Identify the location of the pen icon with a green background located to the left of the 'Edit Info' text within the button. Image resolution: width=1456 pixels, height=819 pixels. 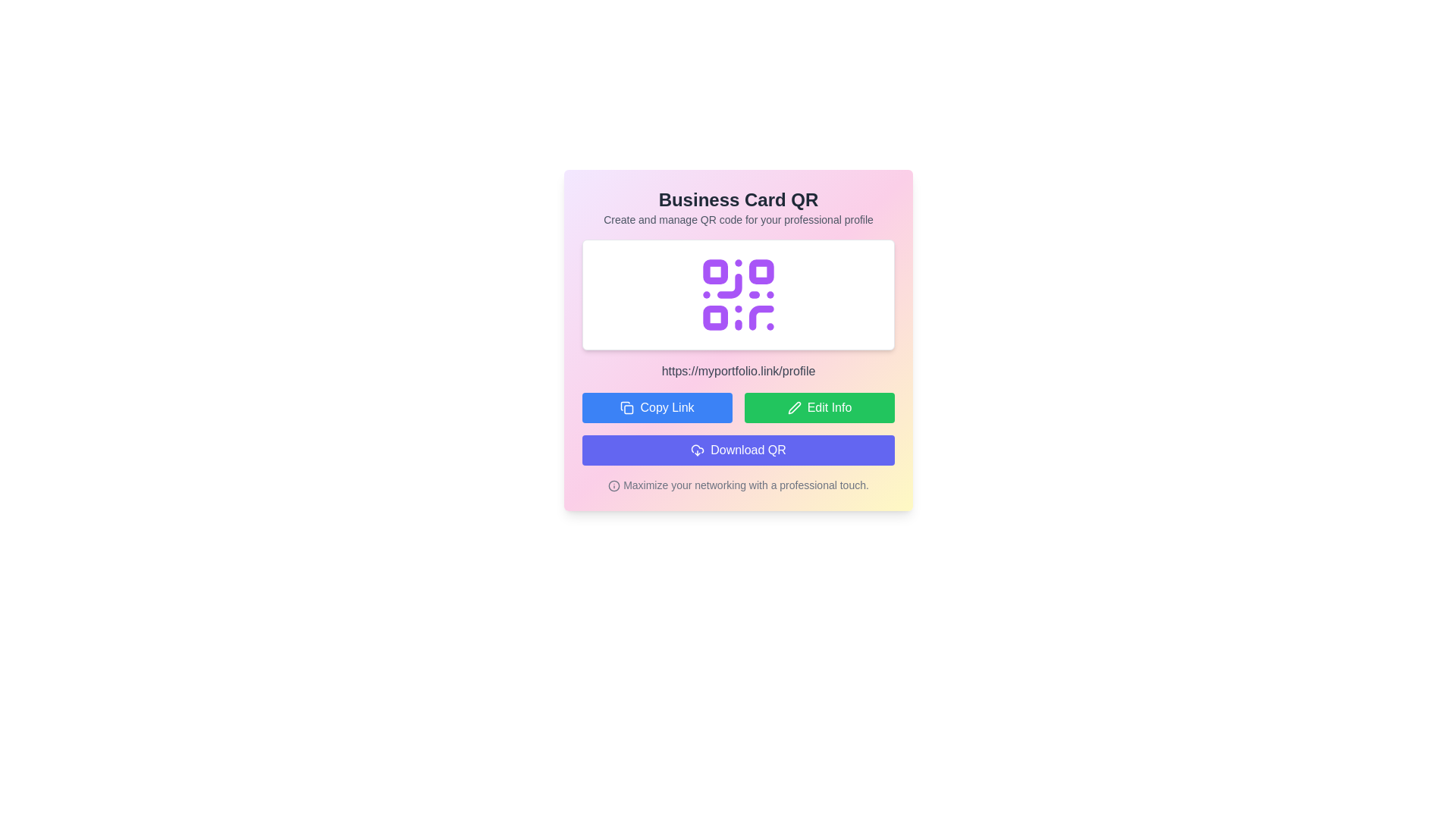
(793, 406).